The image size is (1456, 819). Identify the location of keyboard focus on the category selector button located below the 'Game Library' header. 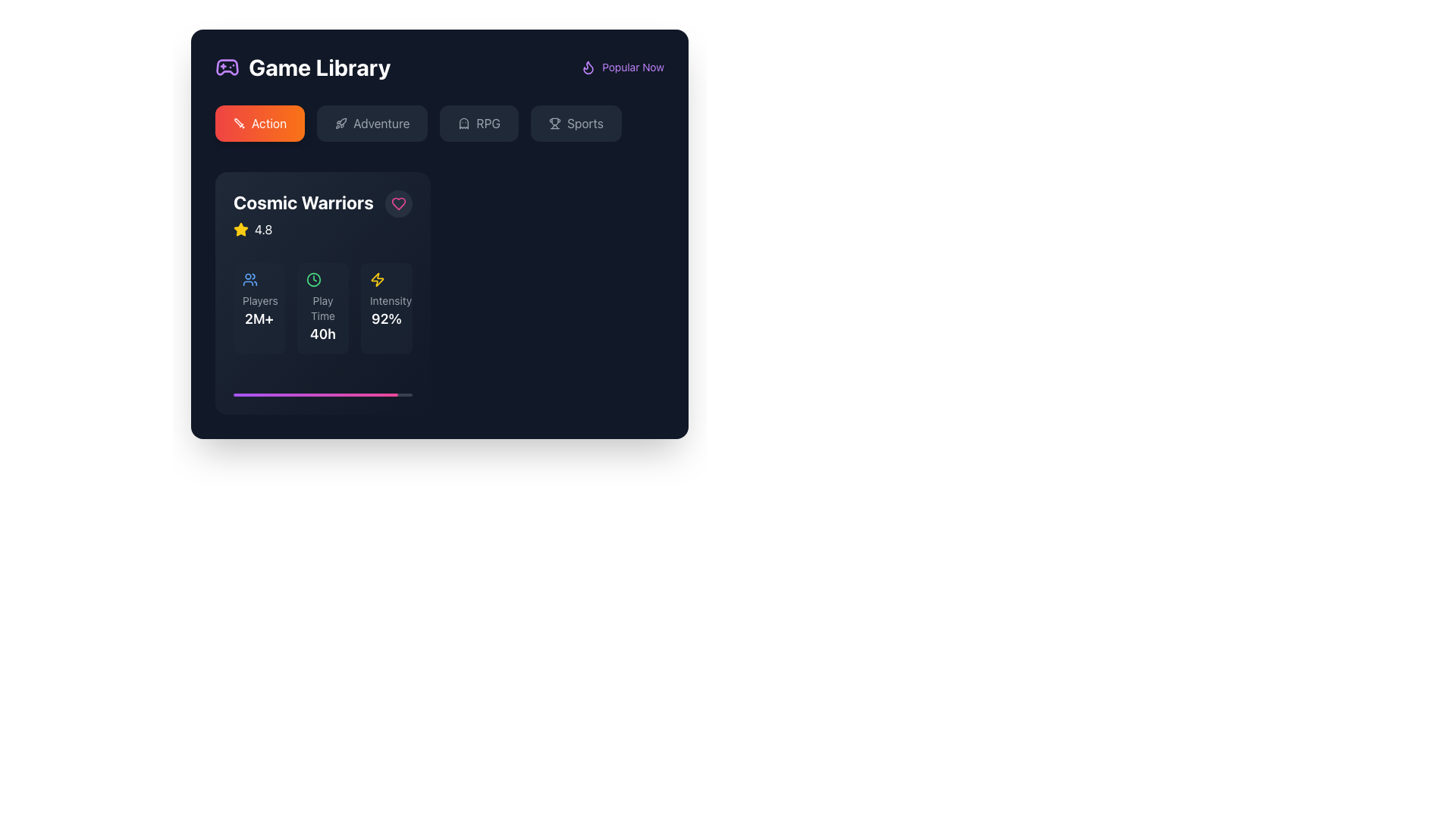
(260, 122).